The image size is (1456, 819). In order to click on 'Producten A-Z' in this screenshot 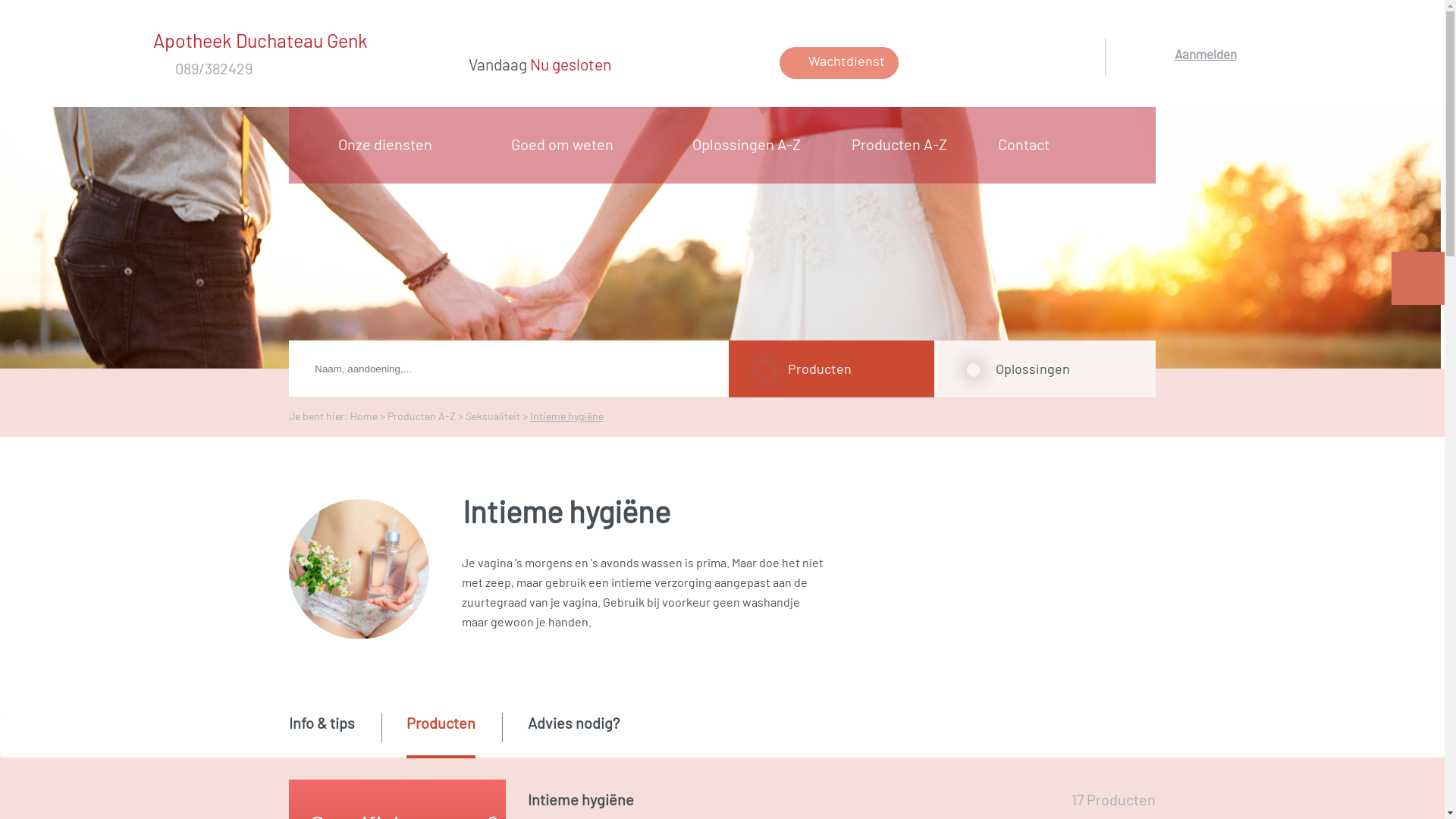, I will do `click(904, 143)`.